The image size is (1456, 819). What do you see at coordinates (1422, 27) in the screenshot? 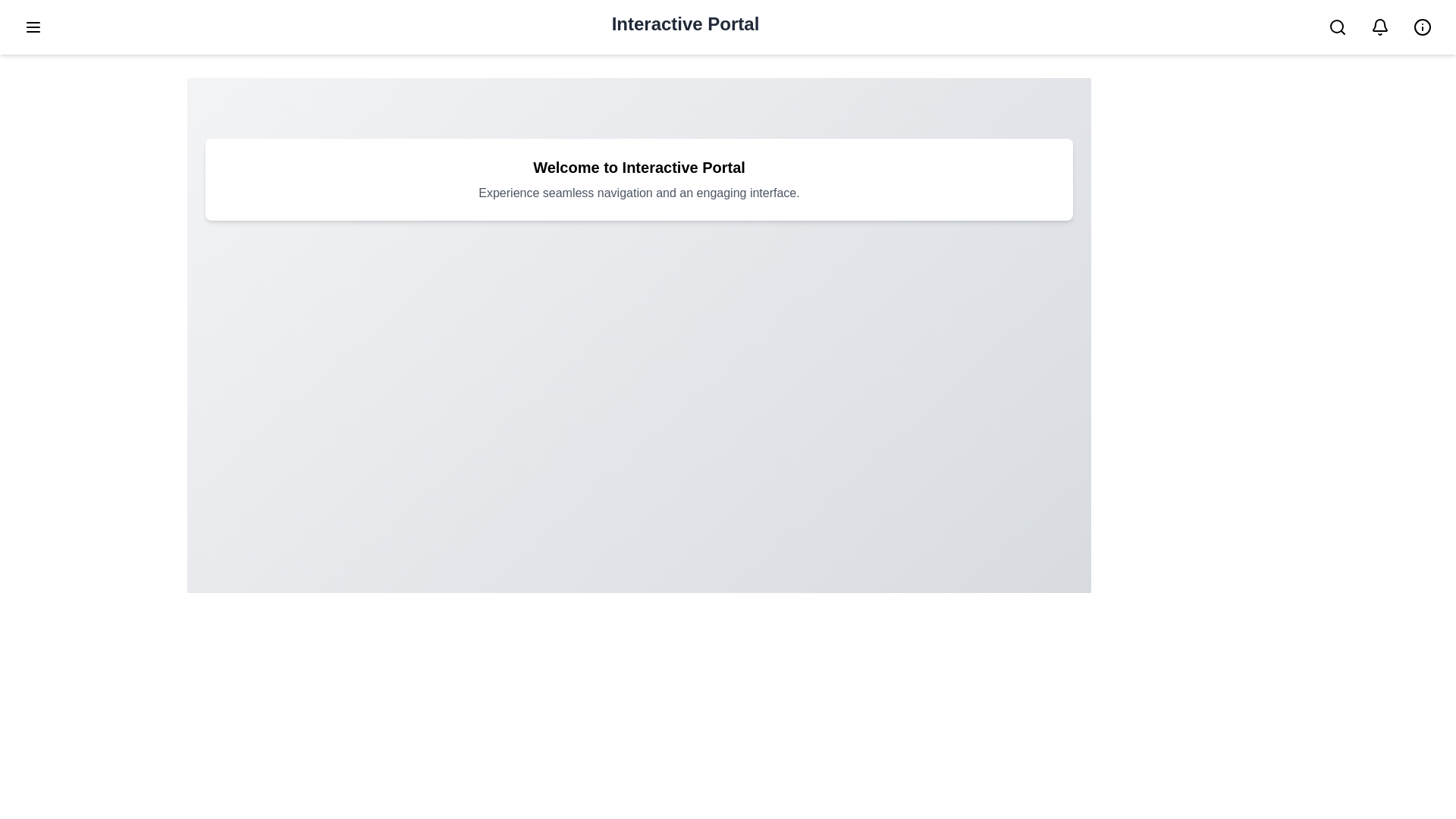
I see `the Info button in the navigation bar` at bounding box center [1422, 27].